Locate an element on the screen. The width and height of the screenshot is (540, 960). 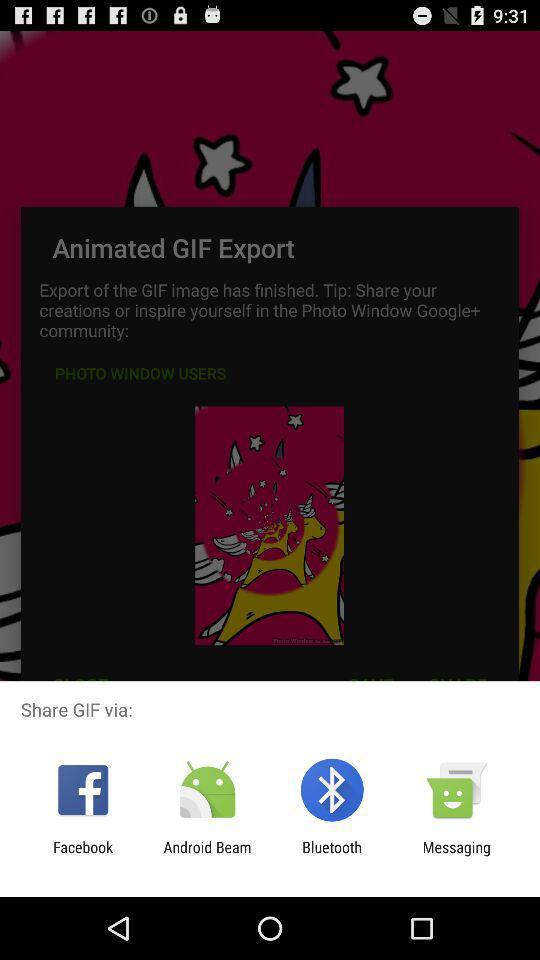
the item to the right of facebook item is located at coordinates (206, 855).